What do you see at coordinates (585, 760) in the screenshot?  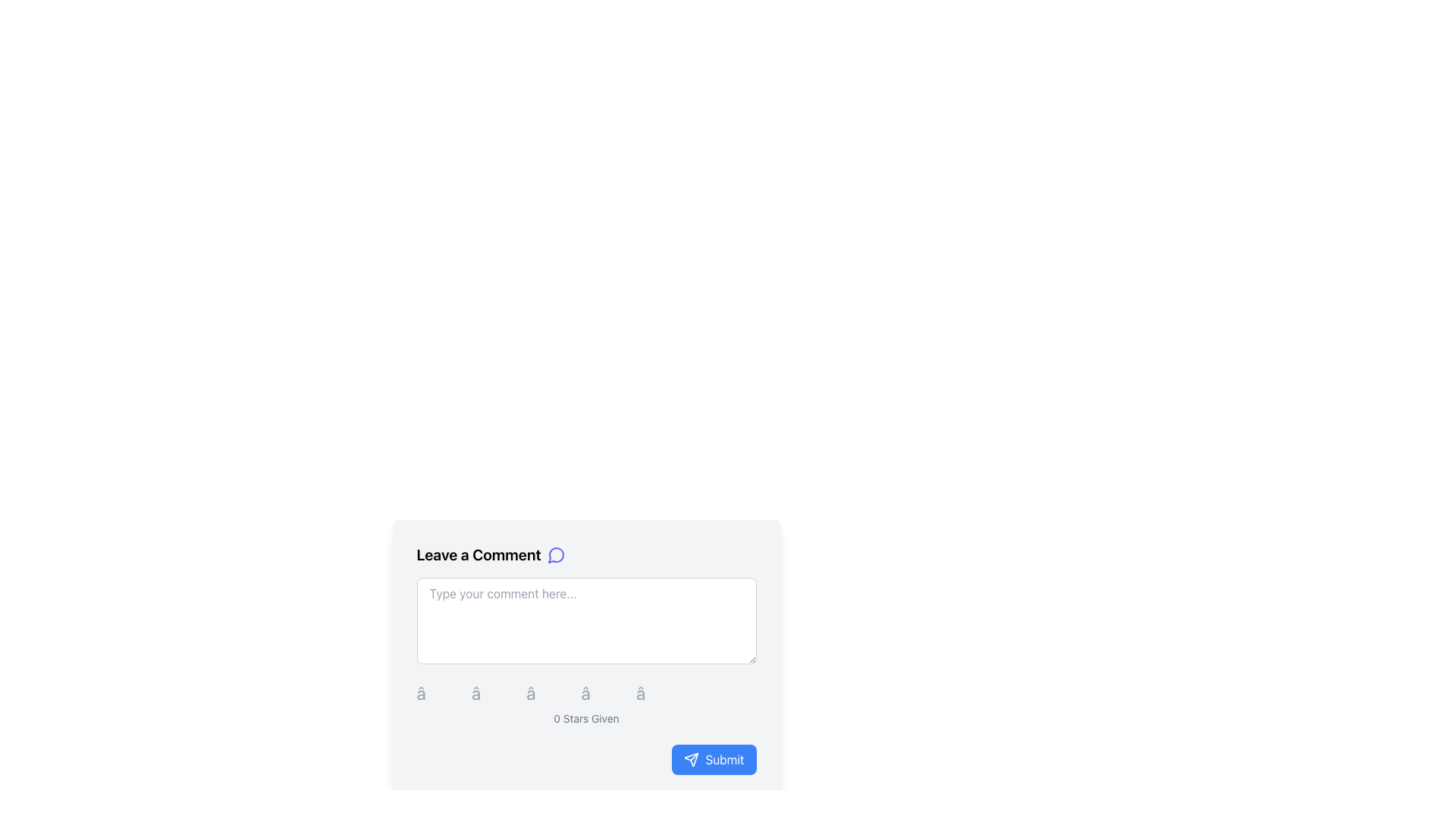 I see `the submit button located in the 'Leave a Comment' section` at bounding box center [585, 760].